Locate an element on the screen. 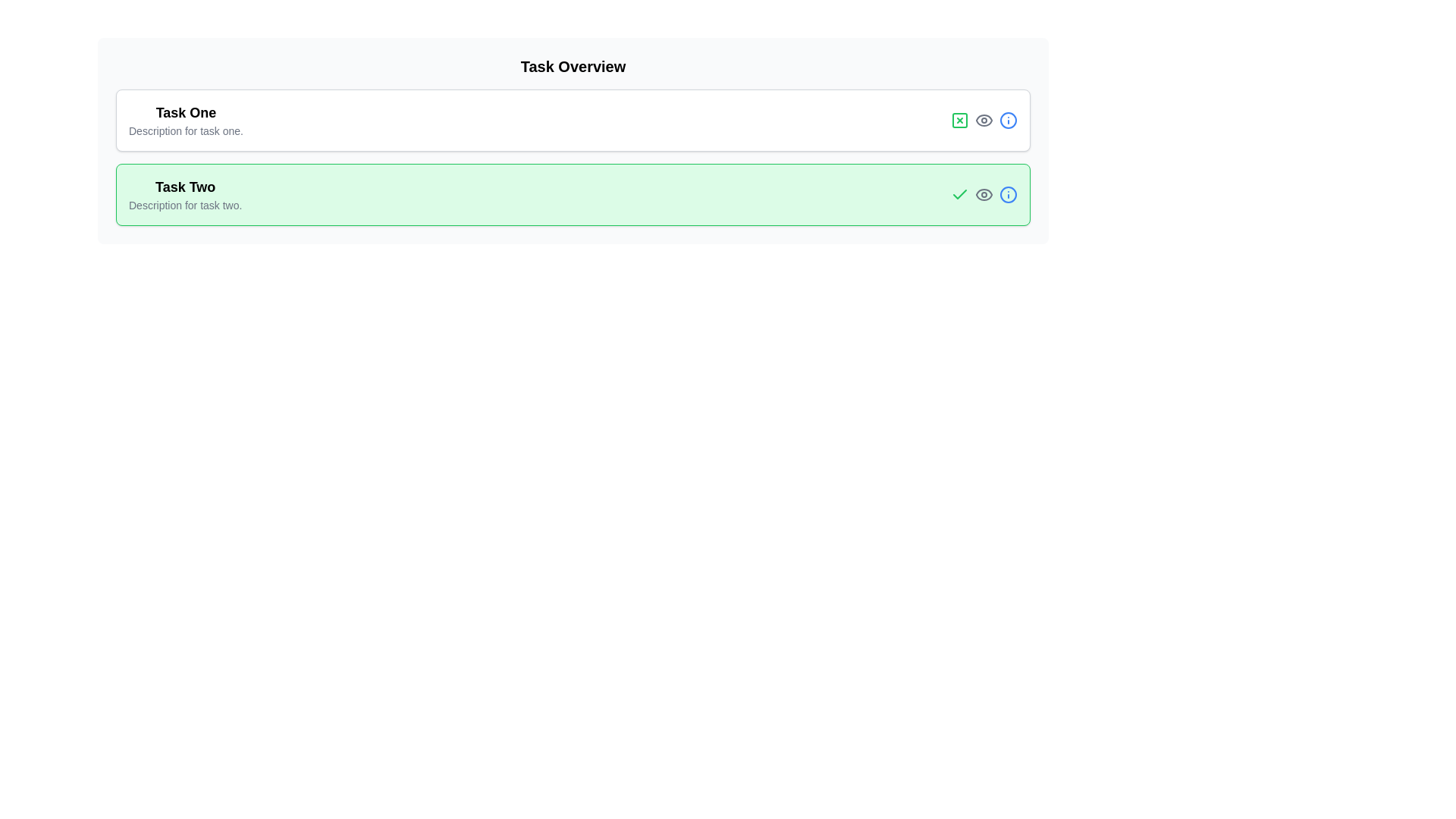 This screenshot has width=1456, height=819. the text label displaying 'Description for task two.' which is styled in a smaller font size with gray coloring, located below the title 'Task Two' is located at coordinates (184, 205).